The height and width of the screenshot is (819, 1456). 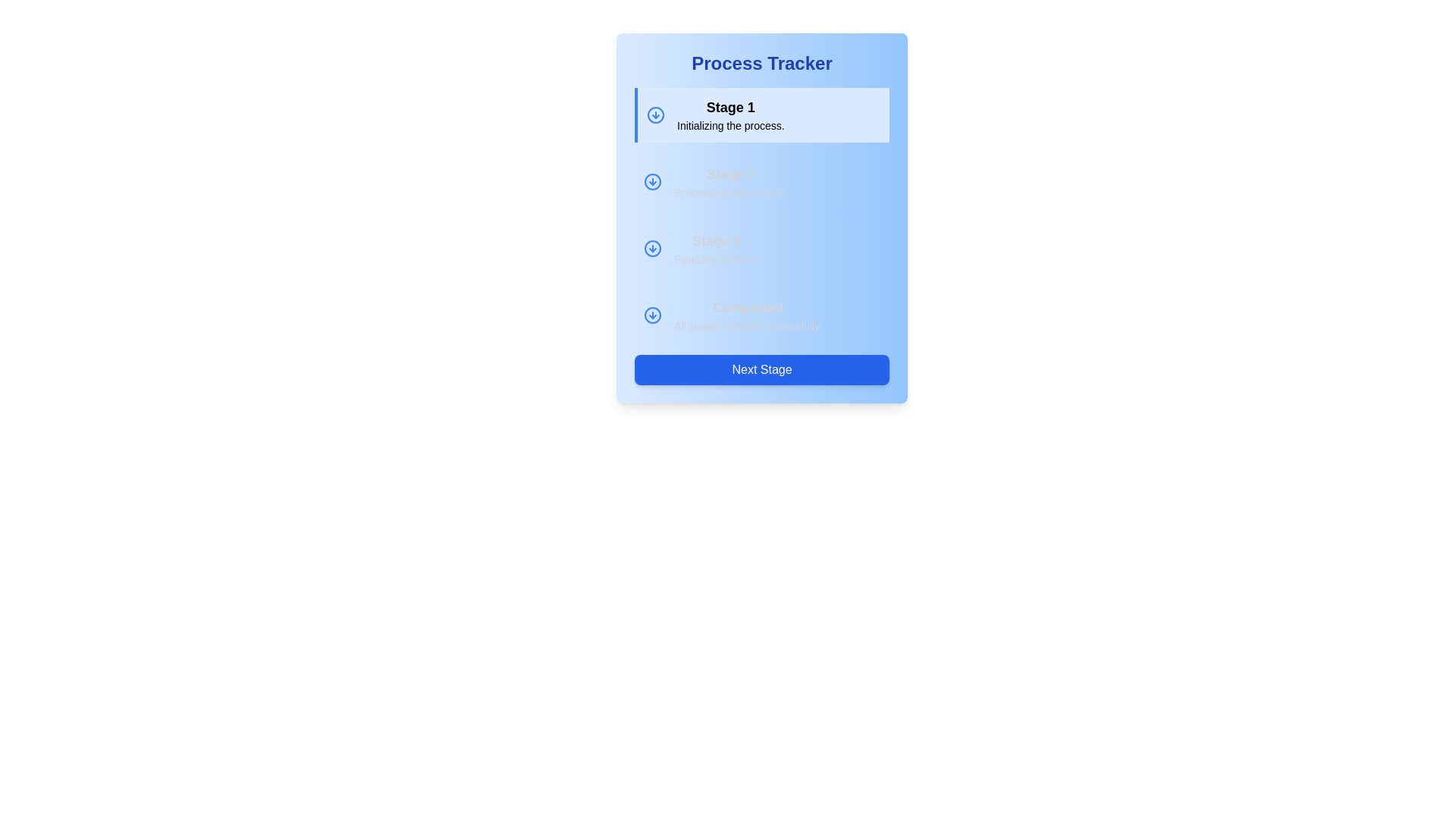 I want to click on the active stage indicator icon located next to 'Stage 1' in the list of steps, which is emphasized with blue coloring, so click(x=655, y=114).